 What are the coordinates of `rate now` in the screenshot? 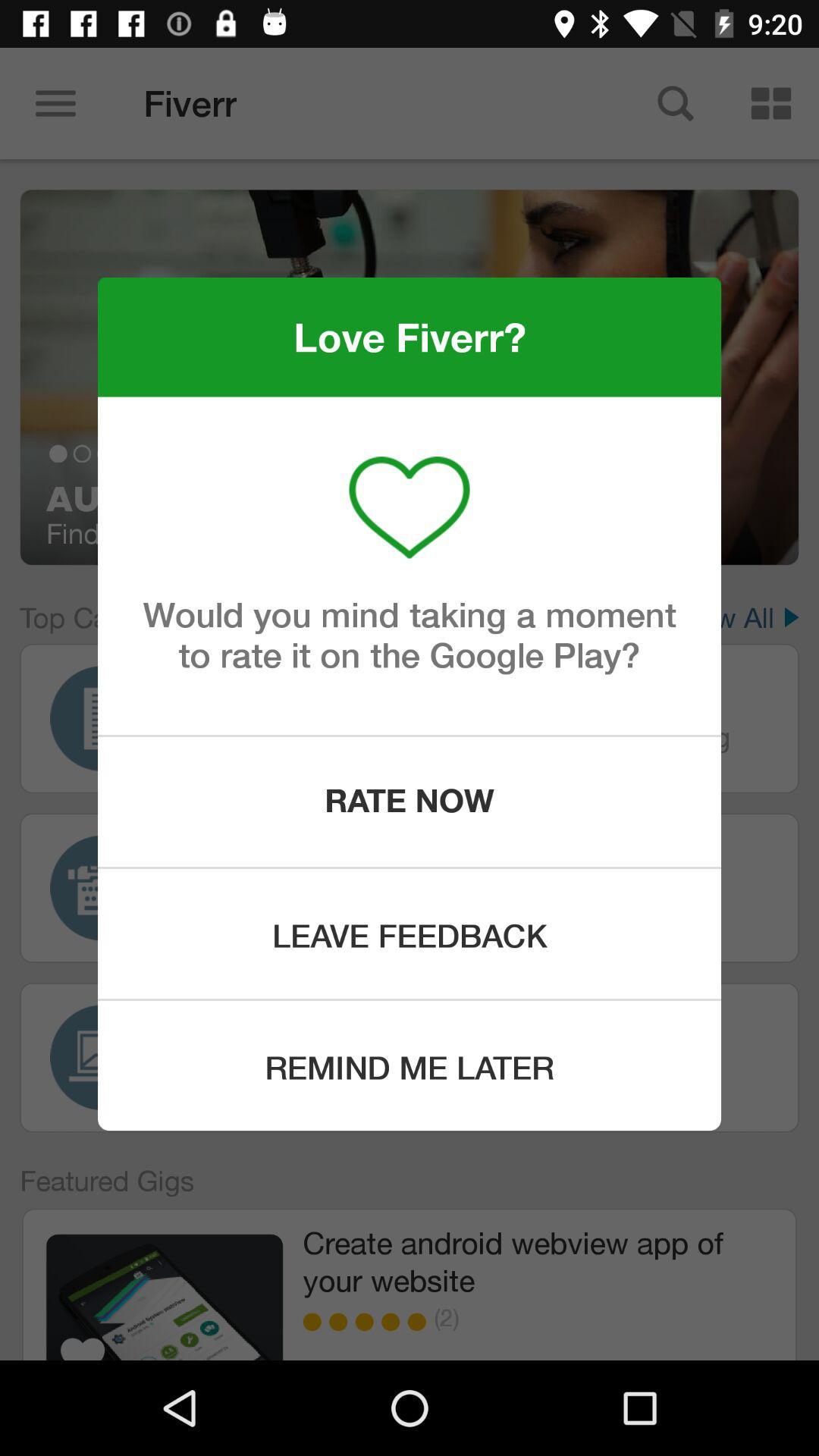 It's located at (409, 801).